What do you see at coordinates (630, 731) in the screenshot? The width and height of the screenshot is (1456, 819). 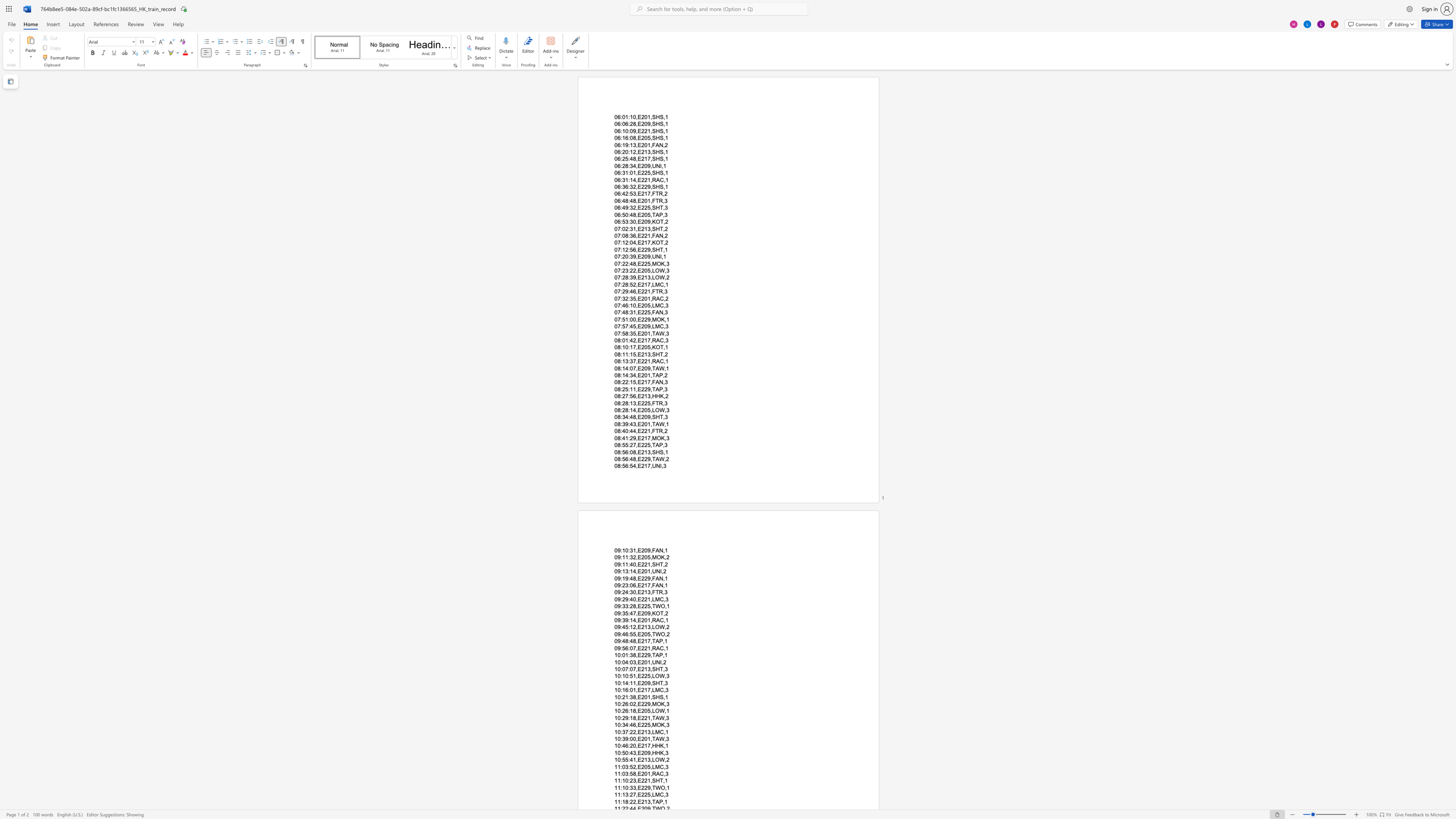 I see `the subset text "22,E213,LMC," within the text "10:37:22,E213,LMC,1"` at bounding box center [630, 731].